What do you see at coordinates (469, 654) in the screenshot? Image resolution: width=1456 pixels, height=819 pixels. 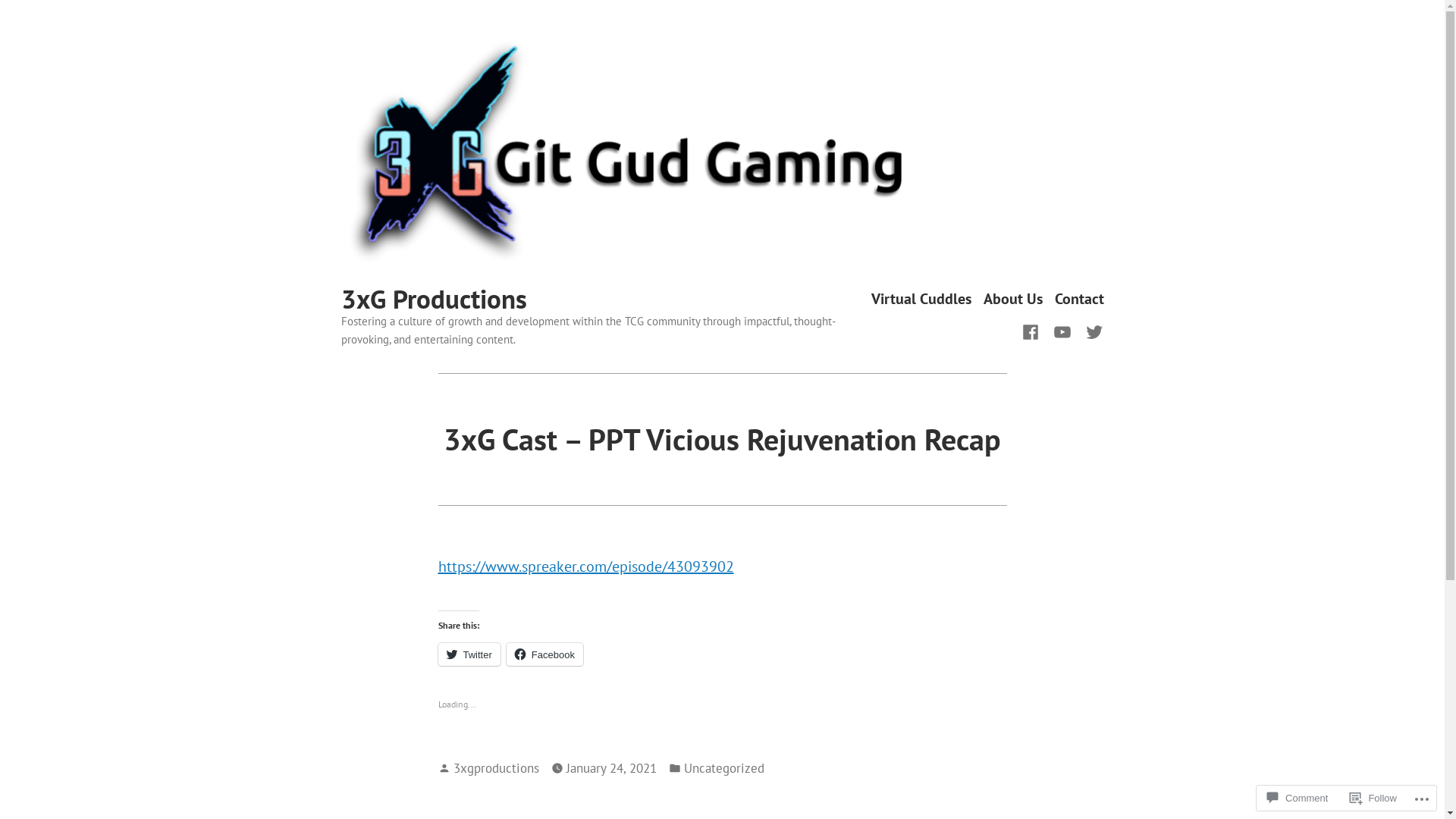 I see `'Twitter'` at bounding box center [469, 654].